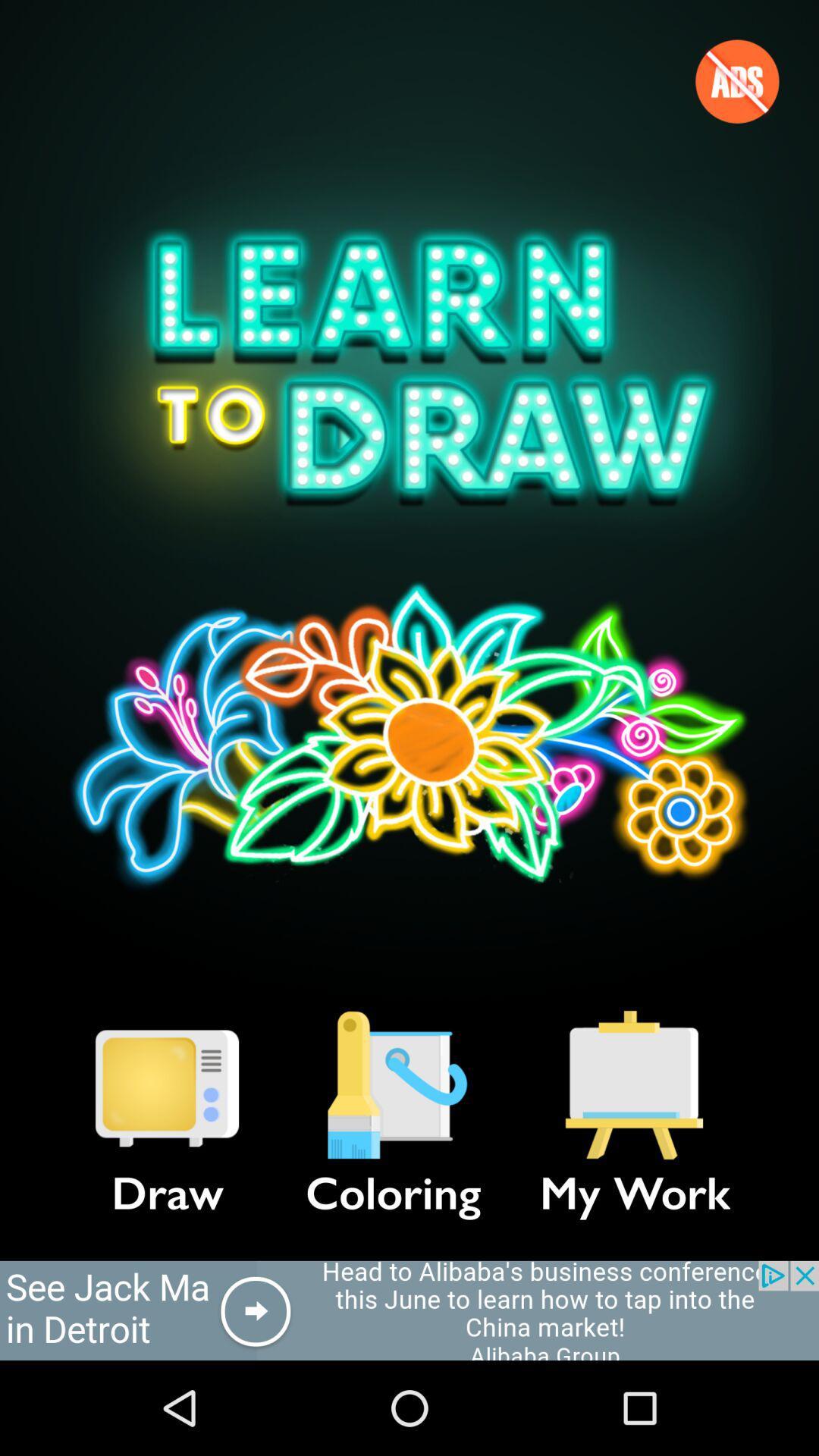 This screenshot has width=819, height=1456. Describe the element at coordinates (393, 1084) in the screenshot. I see `icon above the coloring` at that location.